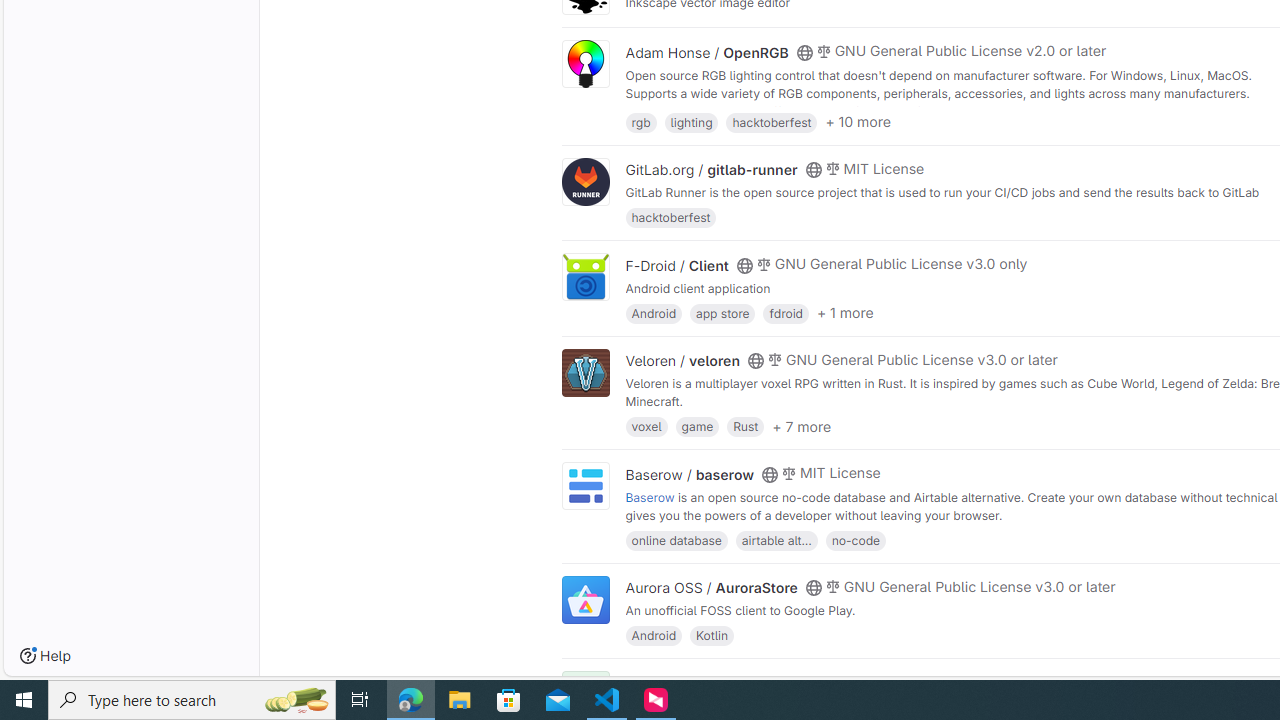  Describe the element at coordinates (697, 425) in the screenshot. I see `'game'` at that location.